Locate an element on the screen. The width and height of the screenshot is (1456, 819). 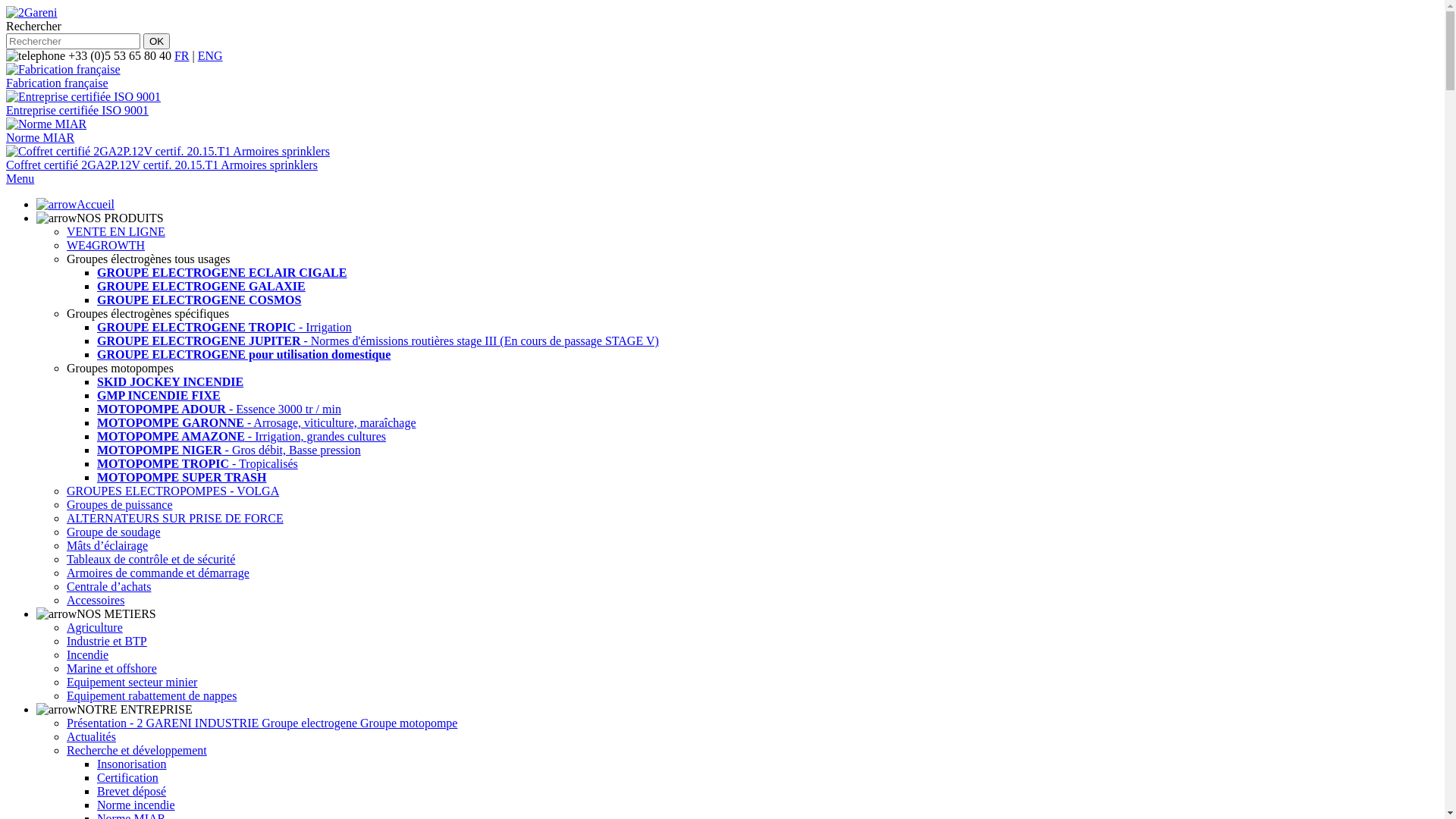
'SKID JOCKEY INCENDIE' is located at coordinates (96, 381).